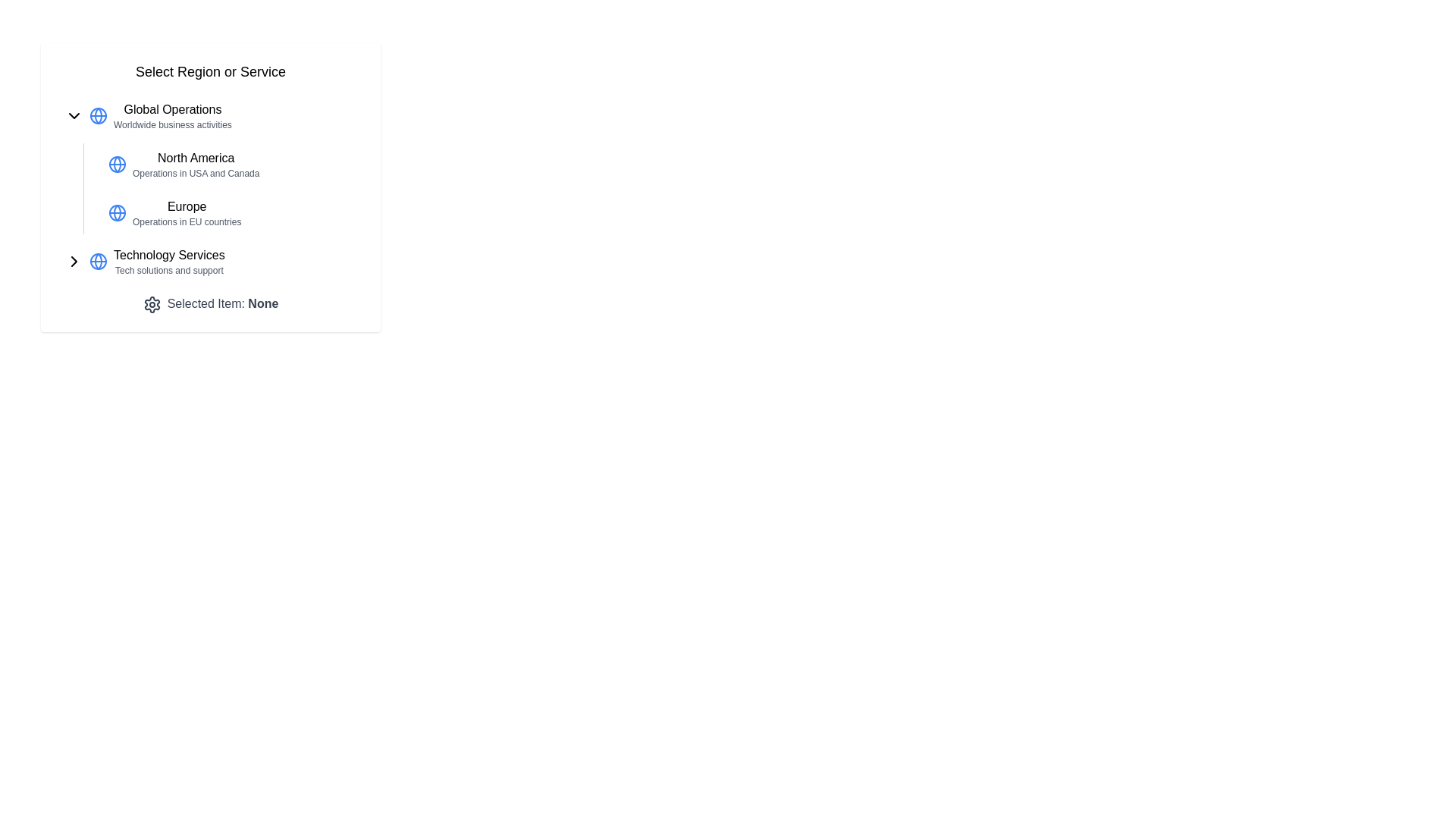 The width and height of the screenshot is (1456, 819). Describe the element at coordinates (172, 109) in the screenshot. I see `the Text label that serves as a header for the 'Global Operations' section, positioned above 'Worldwide business activities.'` at that location.